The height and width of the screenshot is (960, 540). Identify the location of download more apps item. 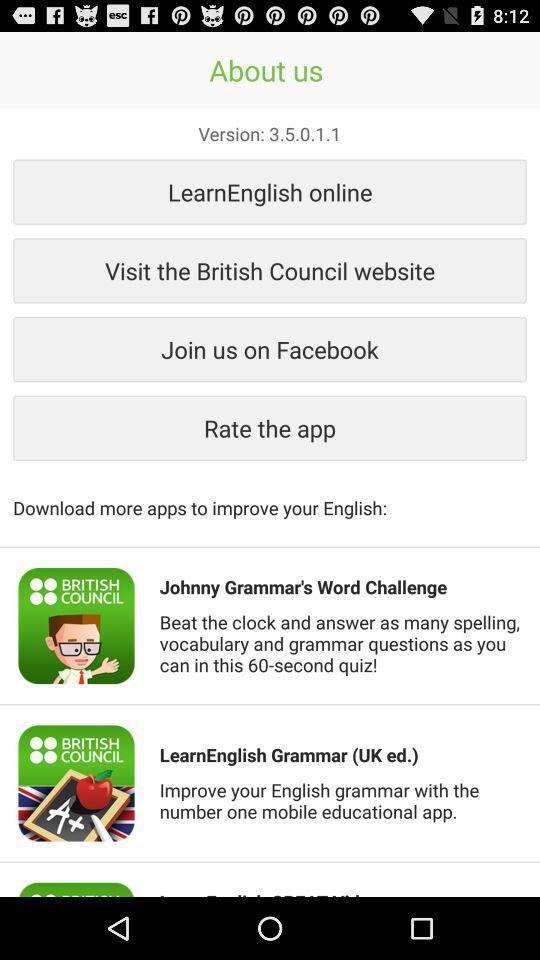
(270, 496).